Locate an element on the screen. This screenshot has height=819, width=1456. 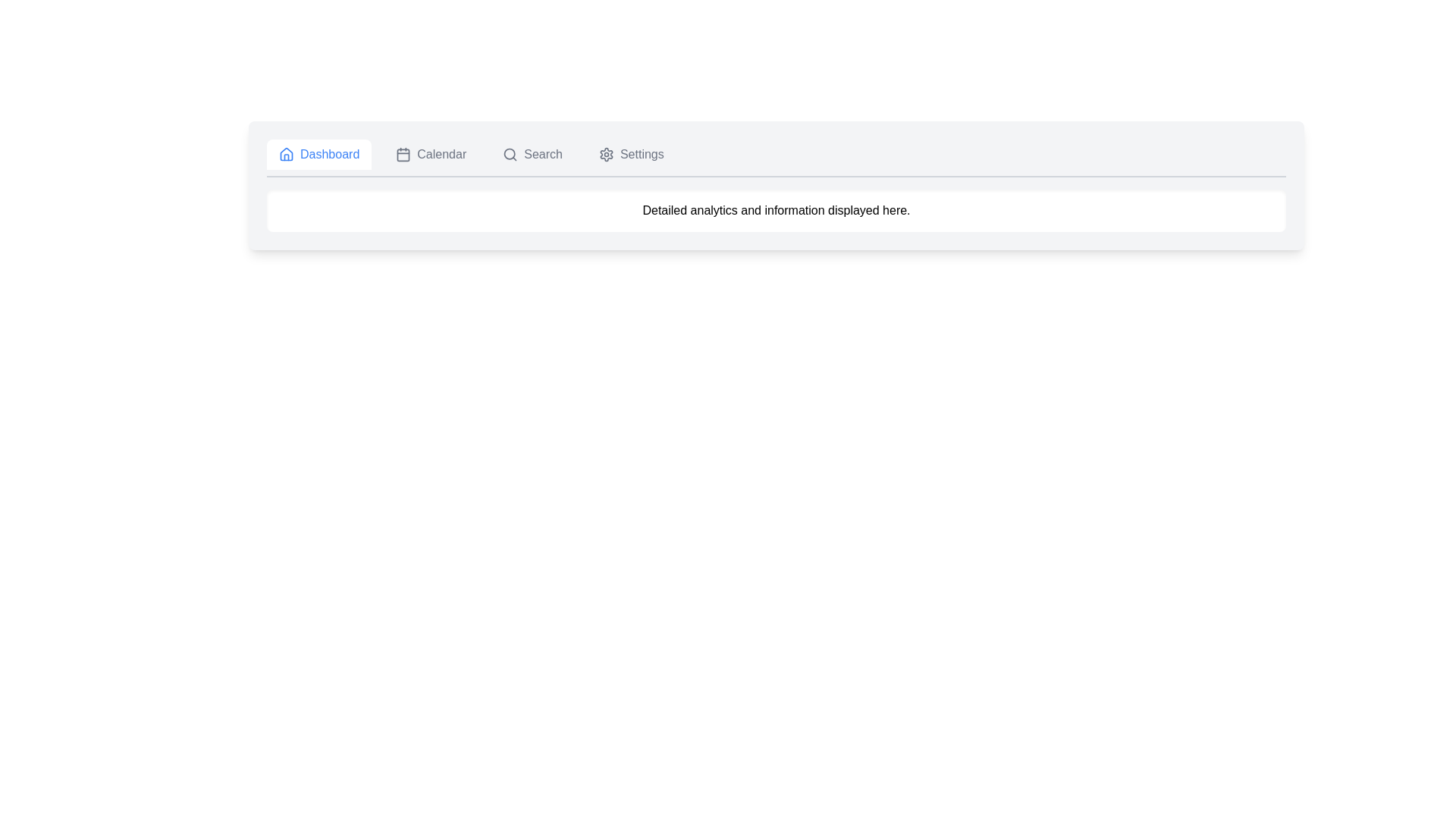
the 'Dashboard' button, which features a house icon and blue text, located at the far-left of the top horizontal navigation menu is located at coordinates (318, 155).